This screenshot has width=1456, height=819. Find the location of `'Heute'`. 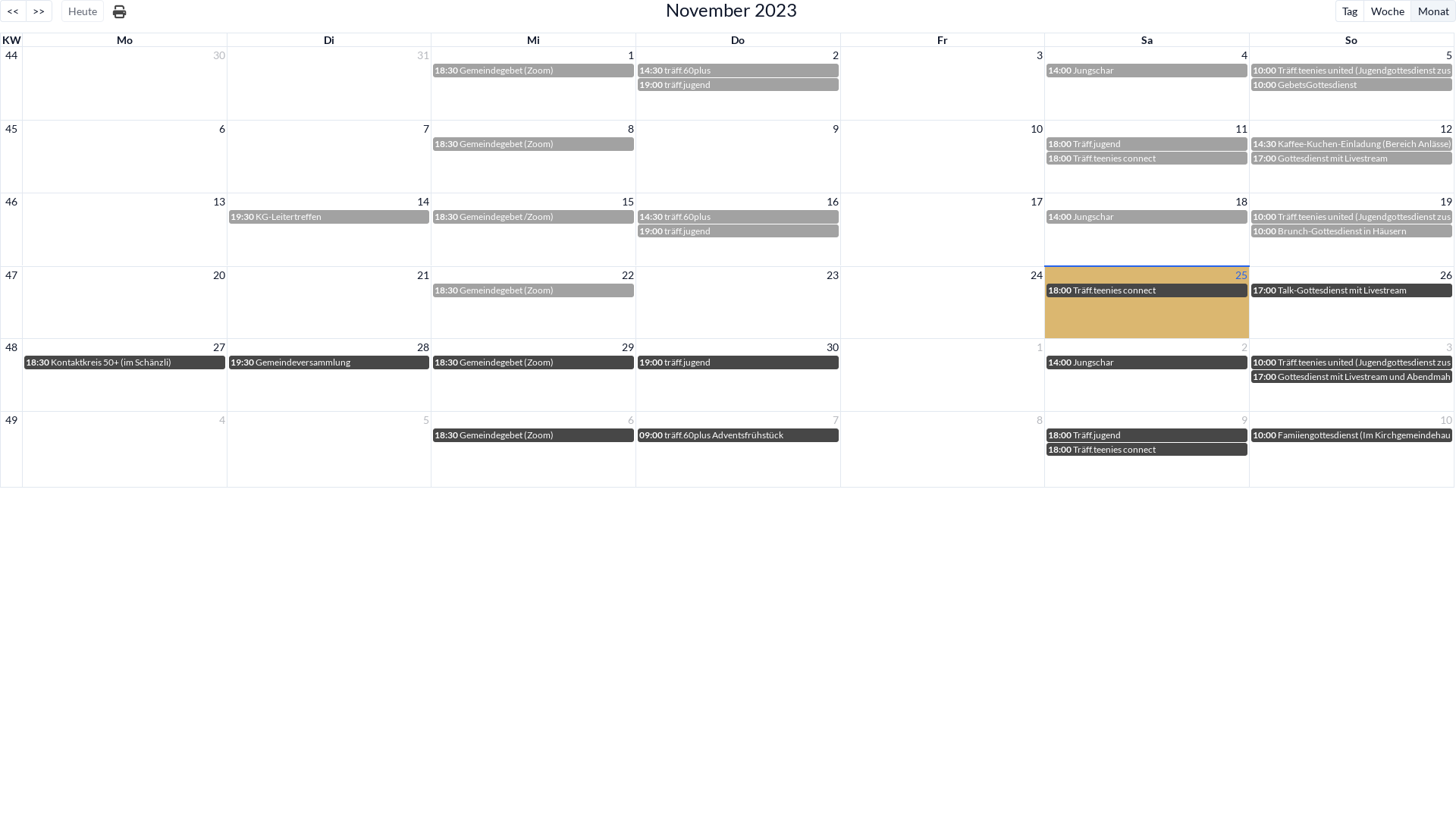

'Heute' is located at coordinates (82, 11).